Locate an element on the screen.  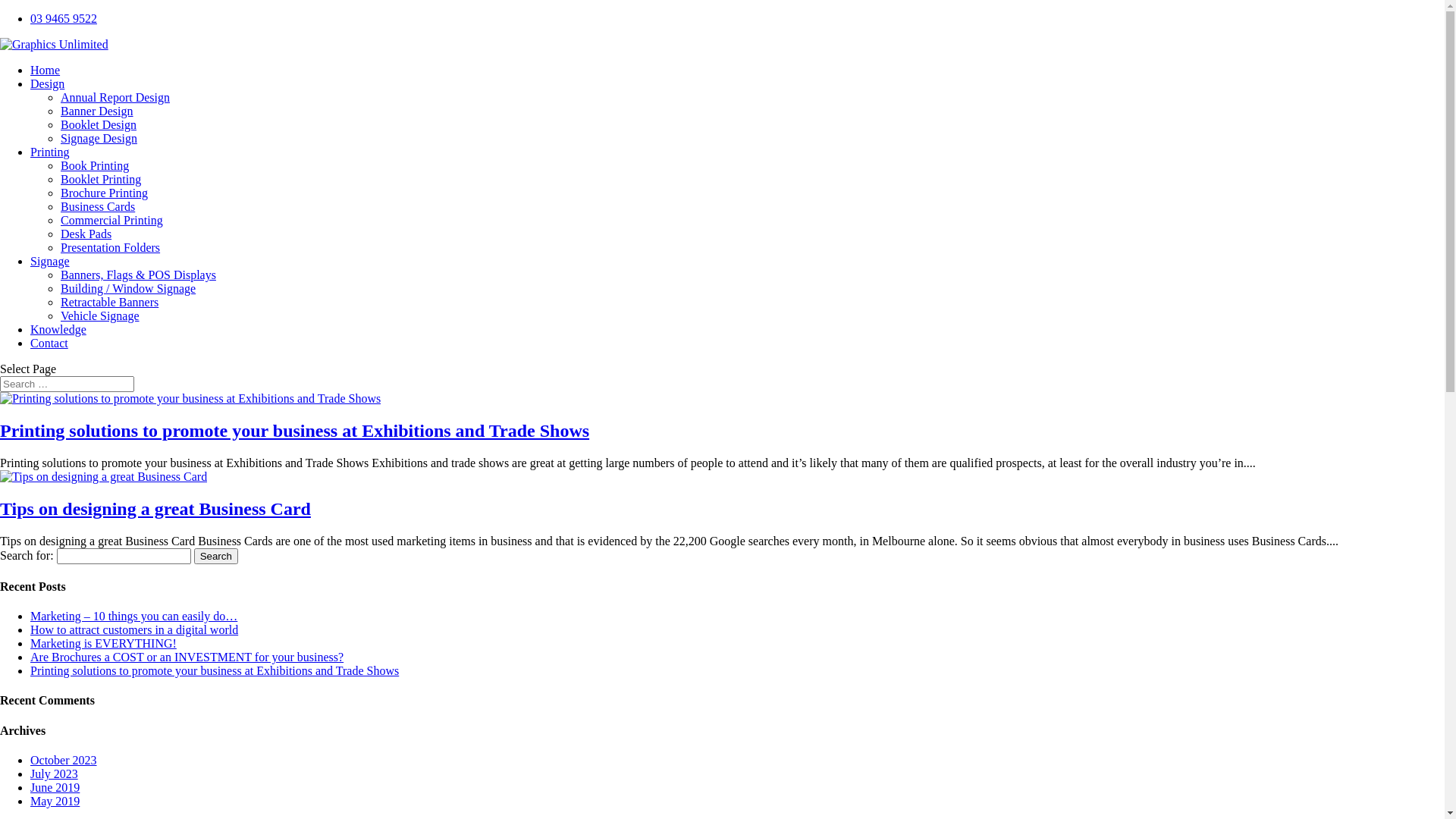
'Banner Design' is located at coordinates (96, 110).